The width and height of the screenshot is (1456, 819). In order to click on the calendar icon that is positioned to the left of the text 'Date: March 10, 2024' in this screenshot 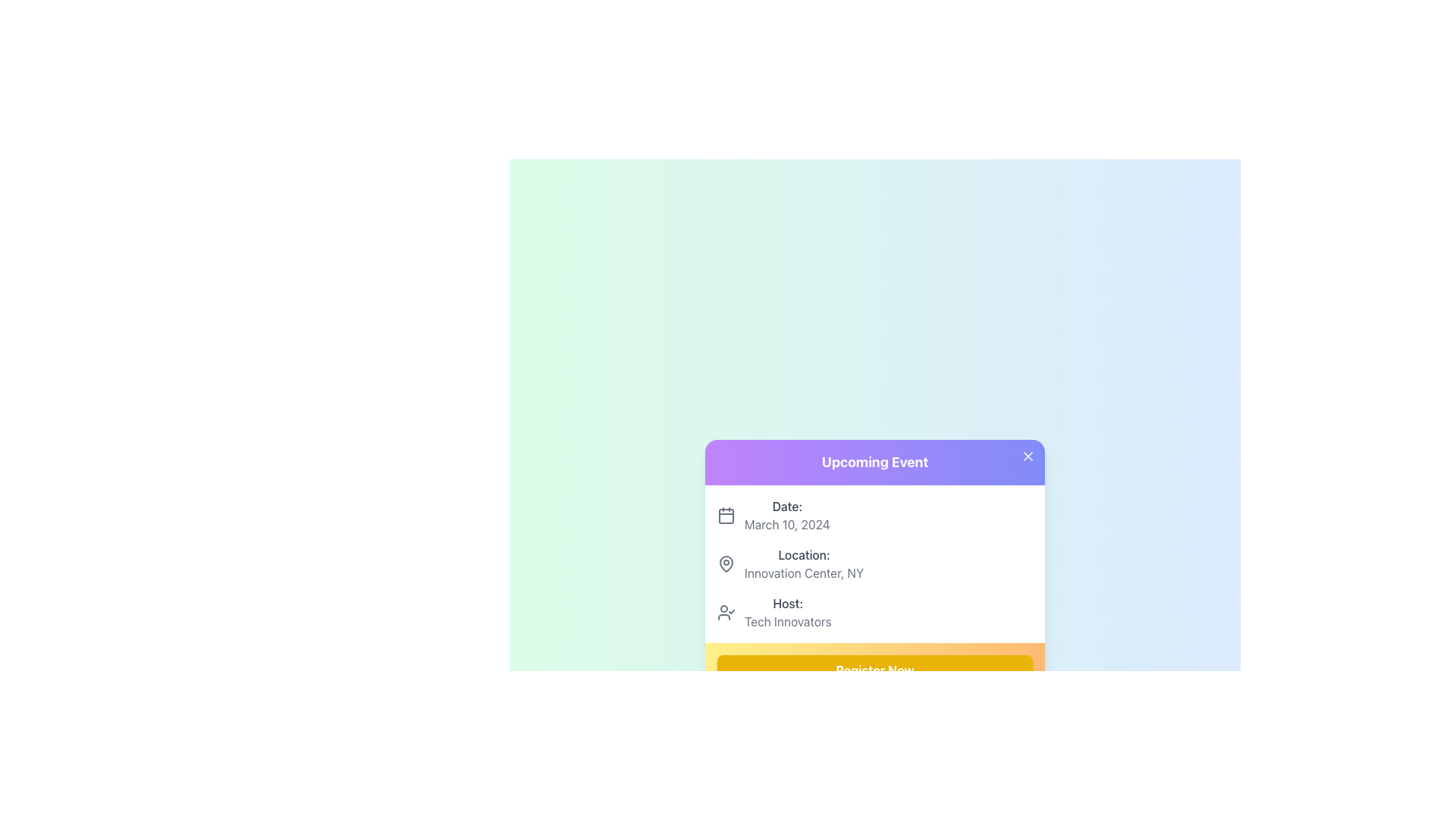, I will do `click(726, 514)`.